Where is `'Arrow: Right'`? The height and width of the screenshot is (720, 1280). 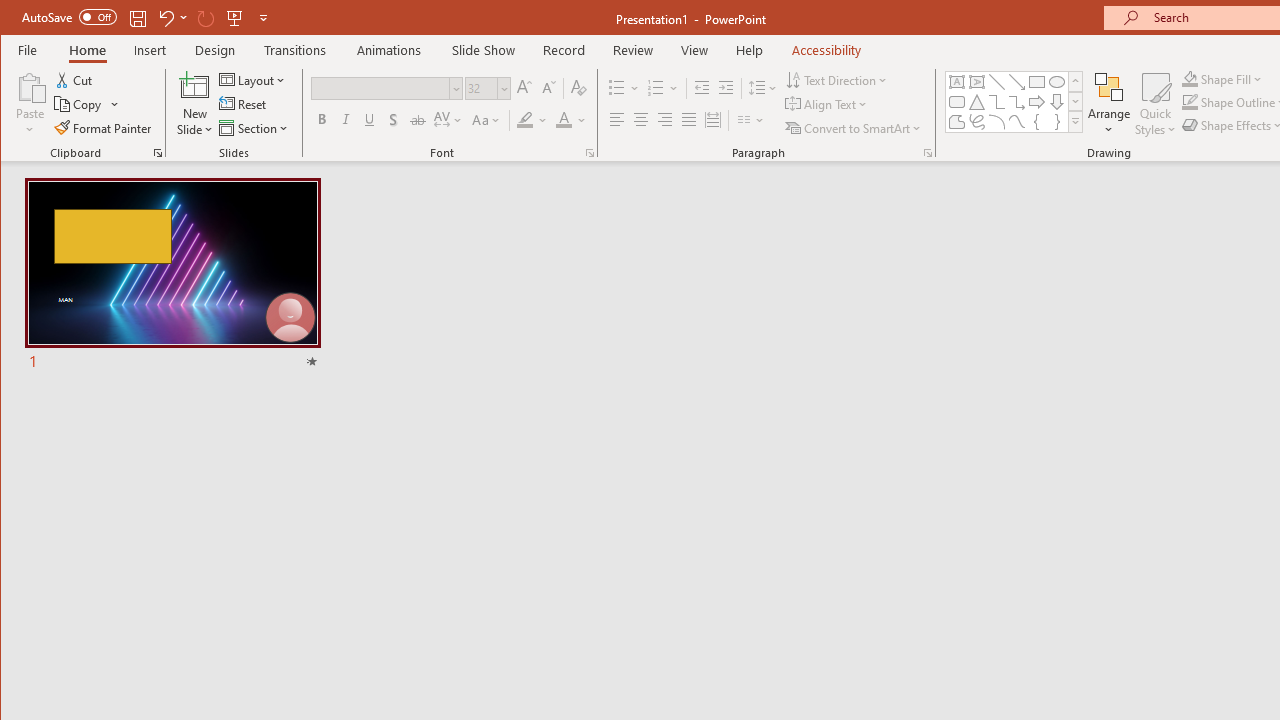 'Arrow: Right' is located at coordinates (1036, 102).